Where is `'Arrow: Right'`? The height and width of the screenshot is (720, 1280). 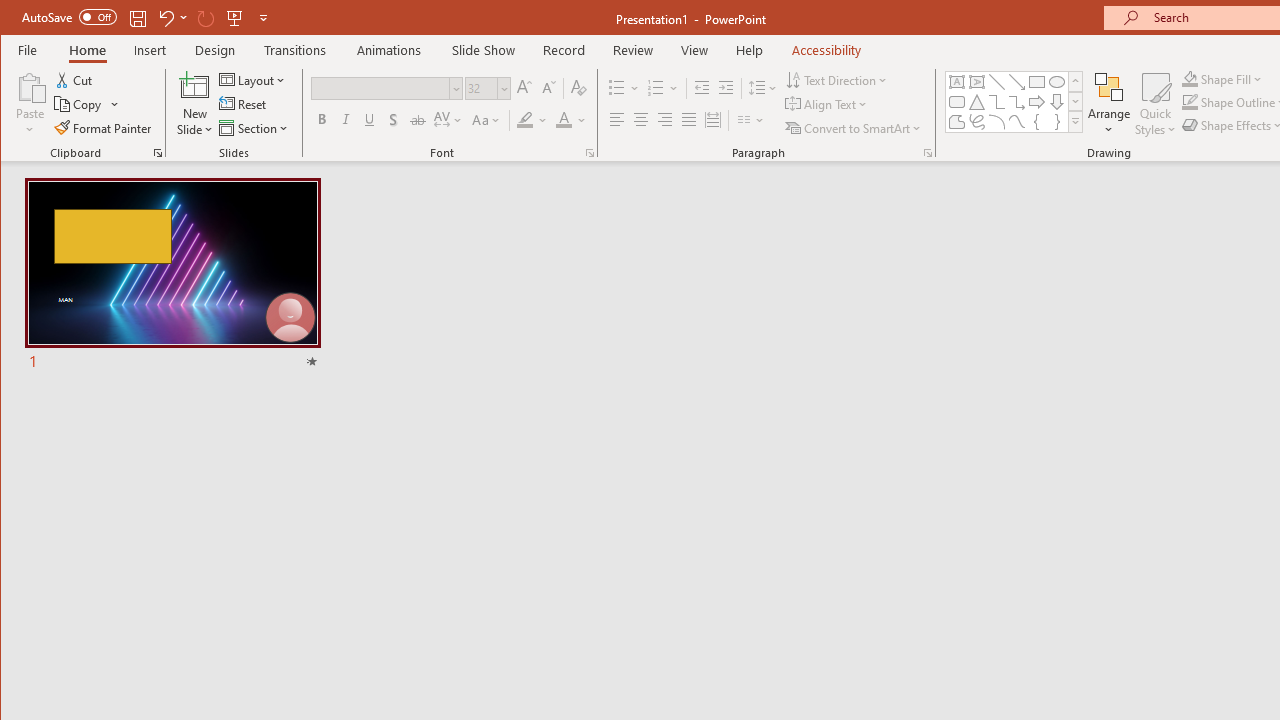 'Arrow: Right' is located at coordinates (1036, 102).